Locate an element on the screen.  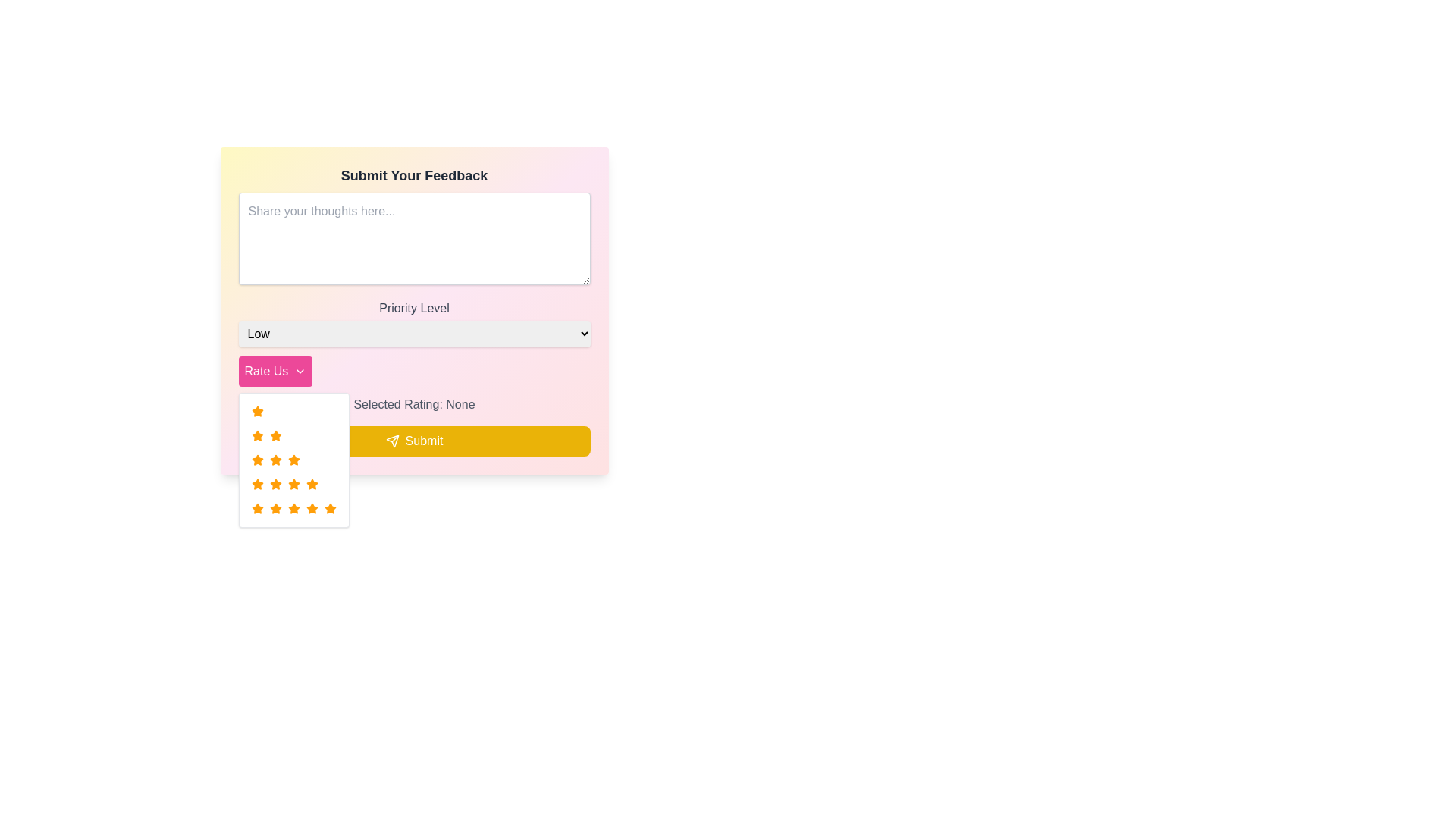
the fourth star in the rating row within the dropdown rating menu that allows users to select a four-star rating is located at coordinates (293, 485).